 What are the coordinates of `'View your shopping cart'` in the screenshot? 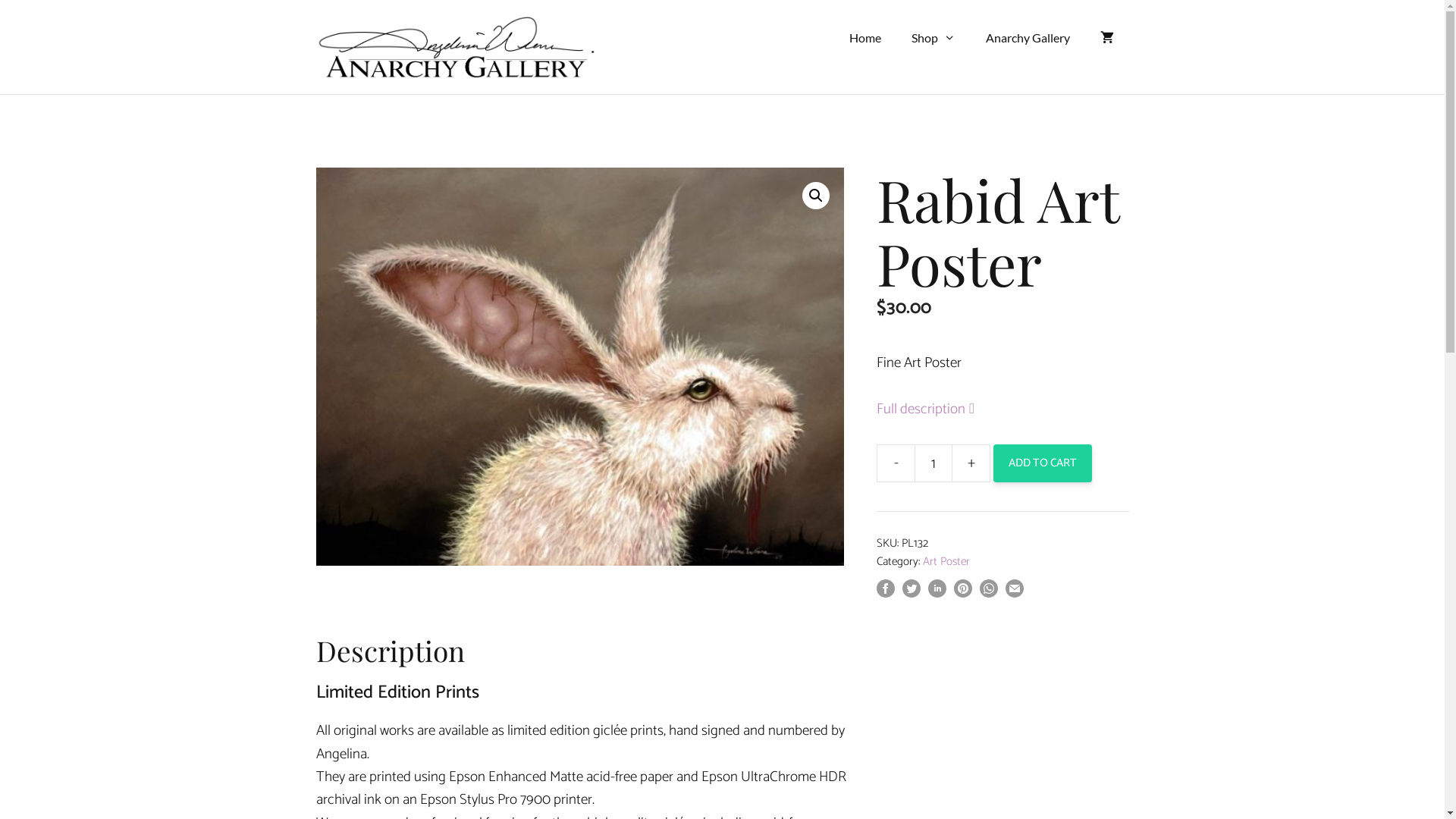 It's located at (1106, 37).